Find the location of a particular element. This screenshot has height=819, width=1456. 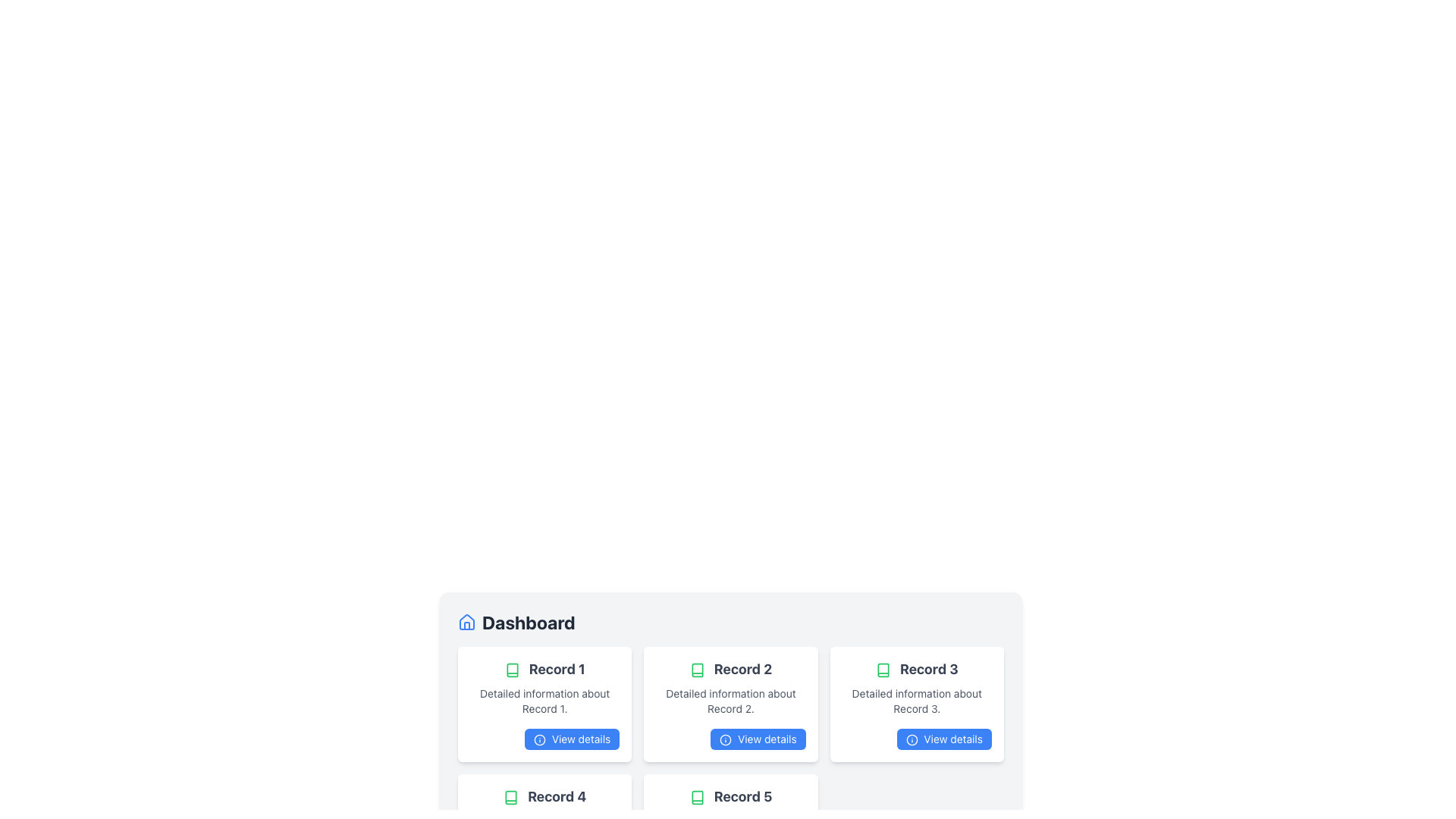

the button labeled 'View details' with a blue background and white text, located is located at coordinates (916, 739).